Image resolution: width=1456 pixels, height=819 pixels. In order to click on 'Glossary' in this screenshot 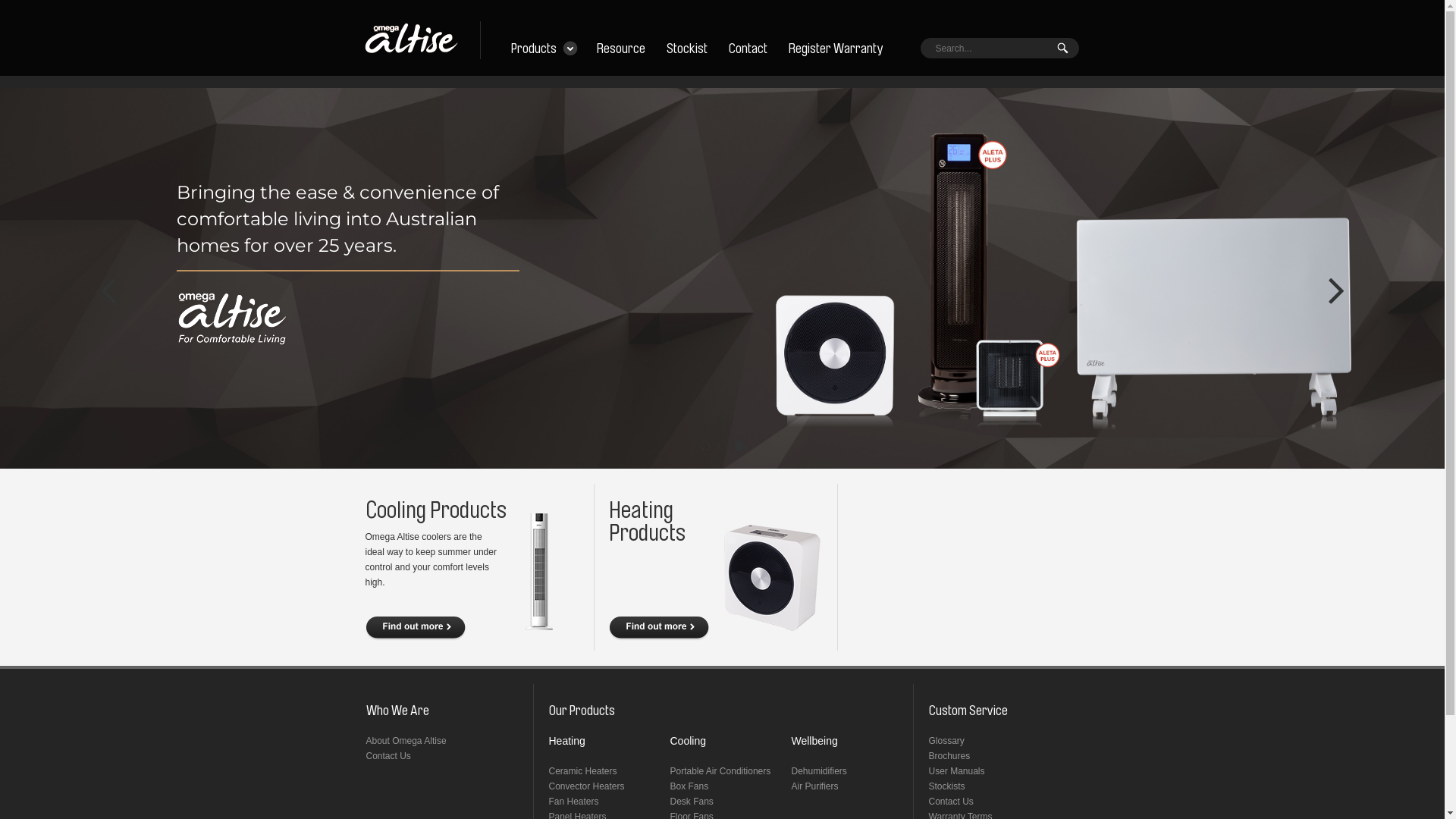, I will do `click(945, 739)`.